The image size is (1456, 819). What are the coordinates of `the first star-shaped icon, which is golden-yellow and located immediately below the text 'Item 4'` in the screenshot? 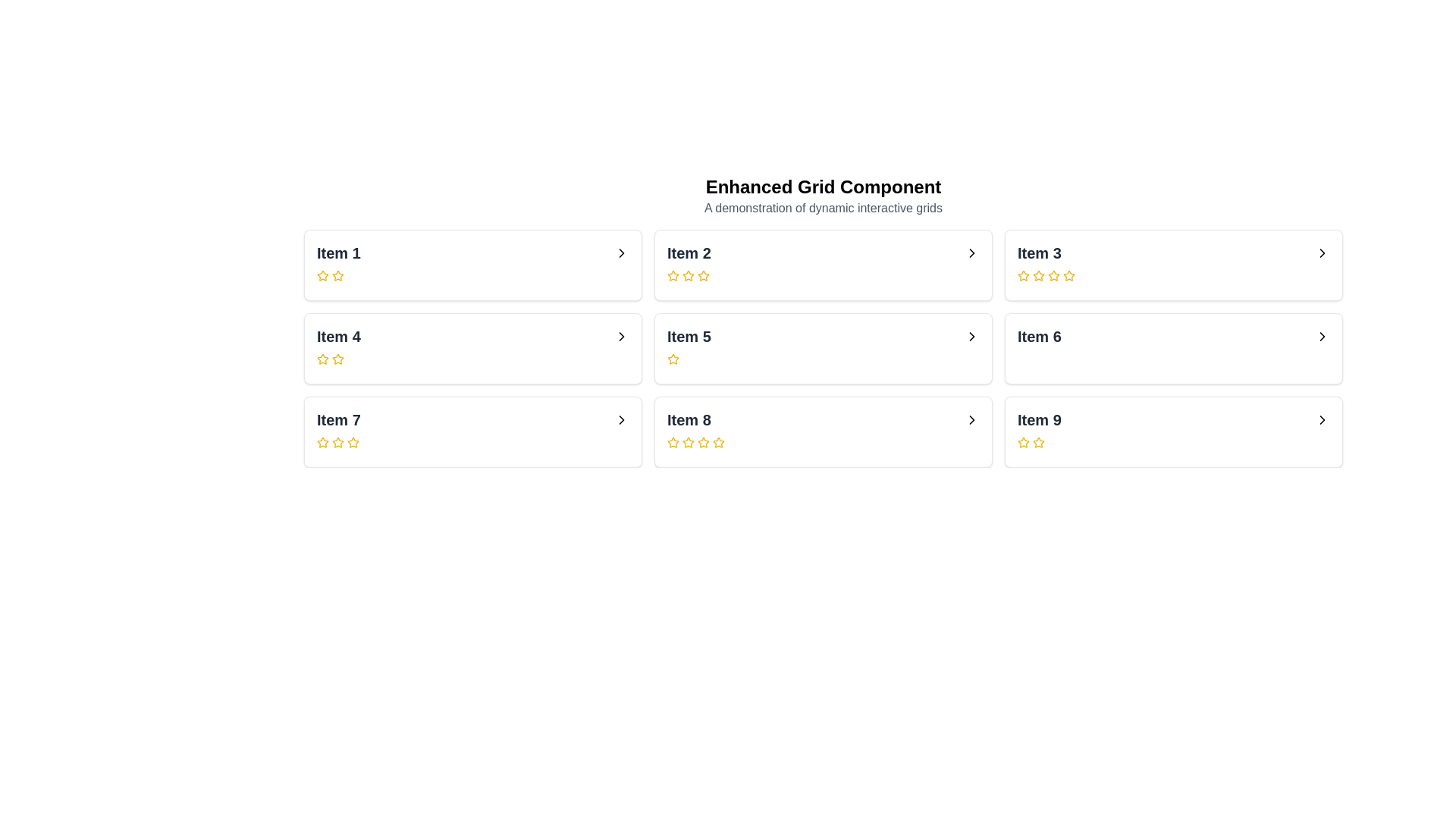 It's located at (322, 359).